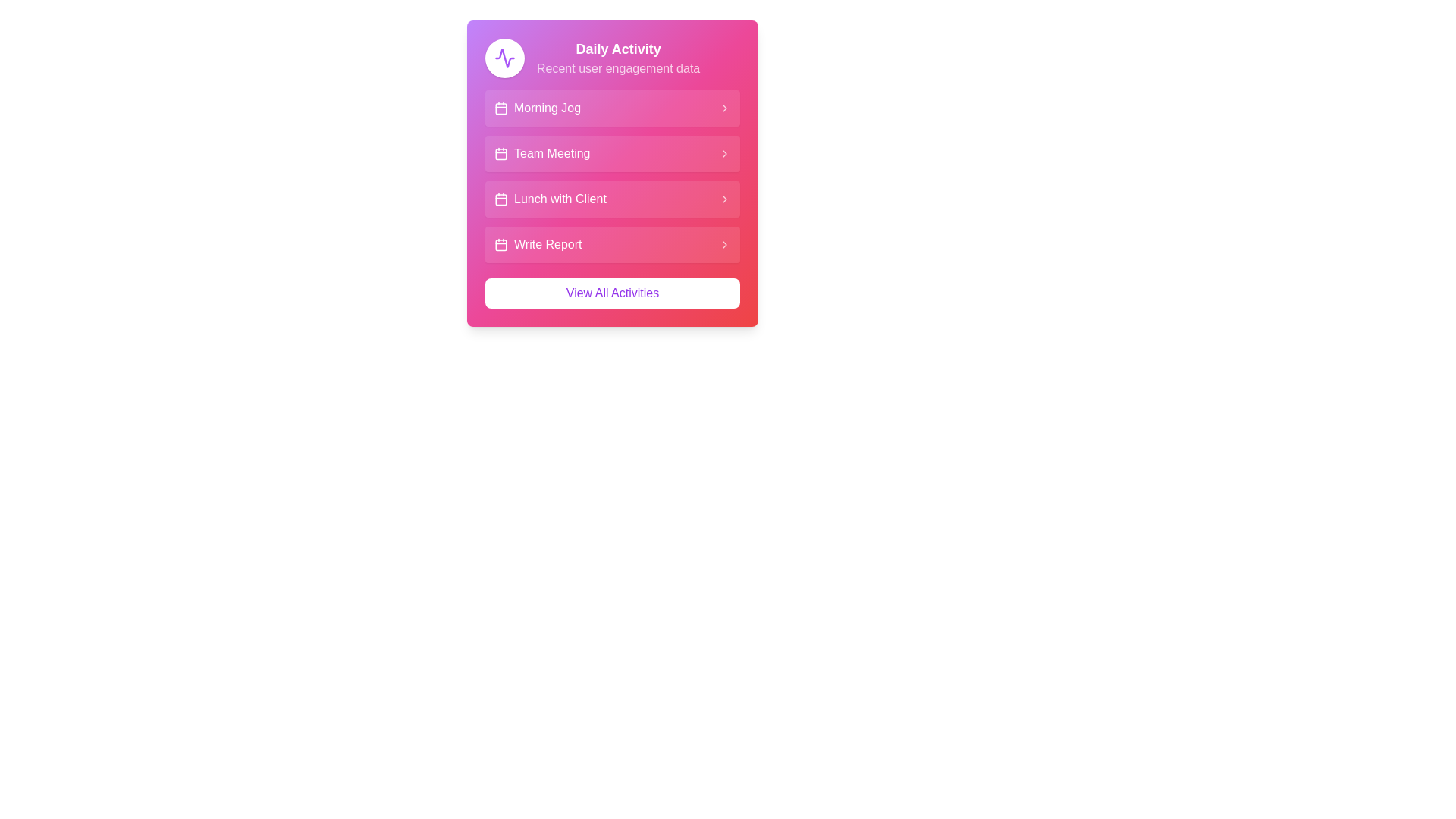 The width and height of the screenshot is (1456, 819). I want to click on the SVG rectangle component representing the calendar icon within the 'Team Meeting' button, which is the second button from the top in the vertical stack of options, so click(501, 154).